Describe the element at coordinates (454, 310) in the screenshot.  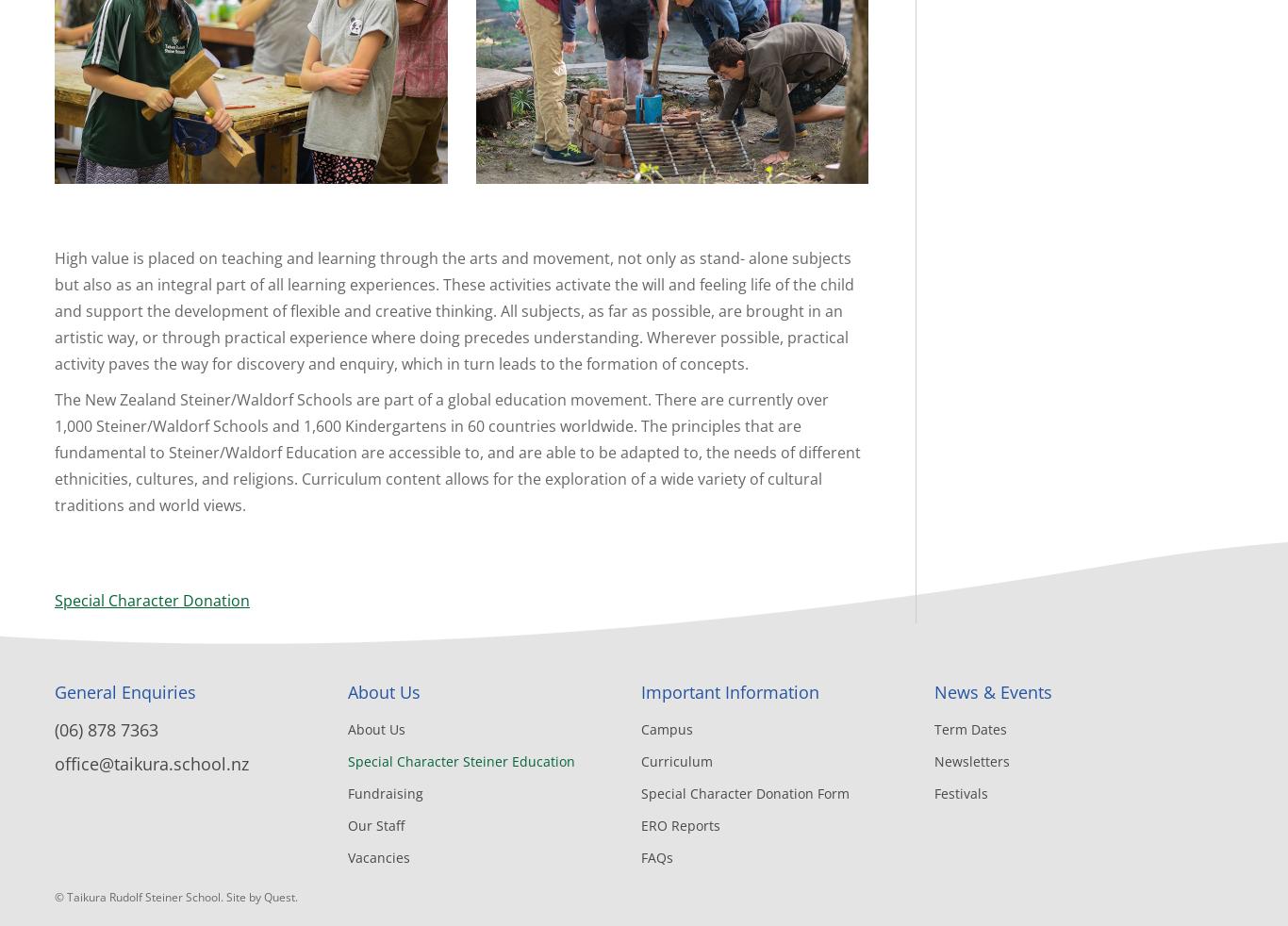
I see `'High value is placed on teaching and learning through the arts and movement, not only as stand- alone subjects but also as an integral part of all learning experiences. These activities activate the will and feeling life of the child and support the development of flexible and creative thinking. All subjects, as far as possible, are brought in an artistic way, or through practical experience where doing precedes understanding. Wherever possible, practical activity paves the way for discovery and enquiry, which in turn leads to the formation of concepts.'` at that location.